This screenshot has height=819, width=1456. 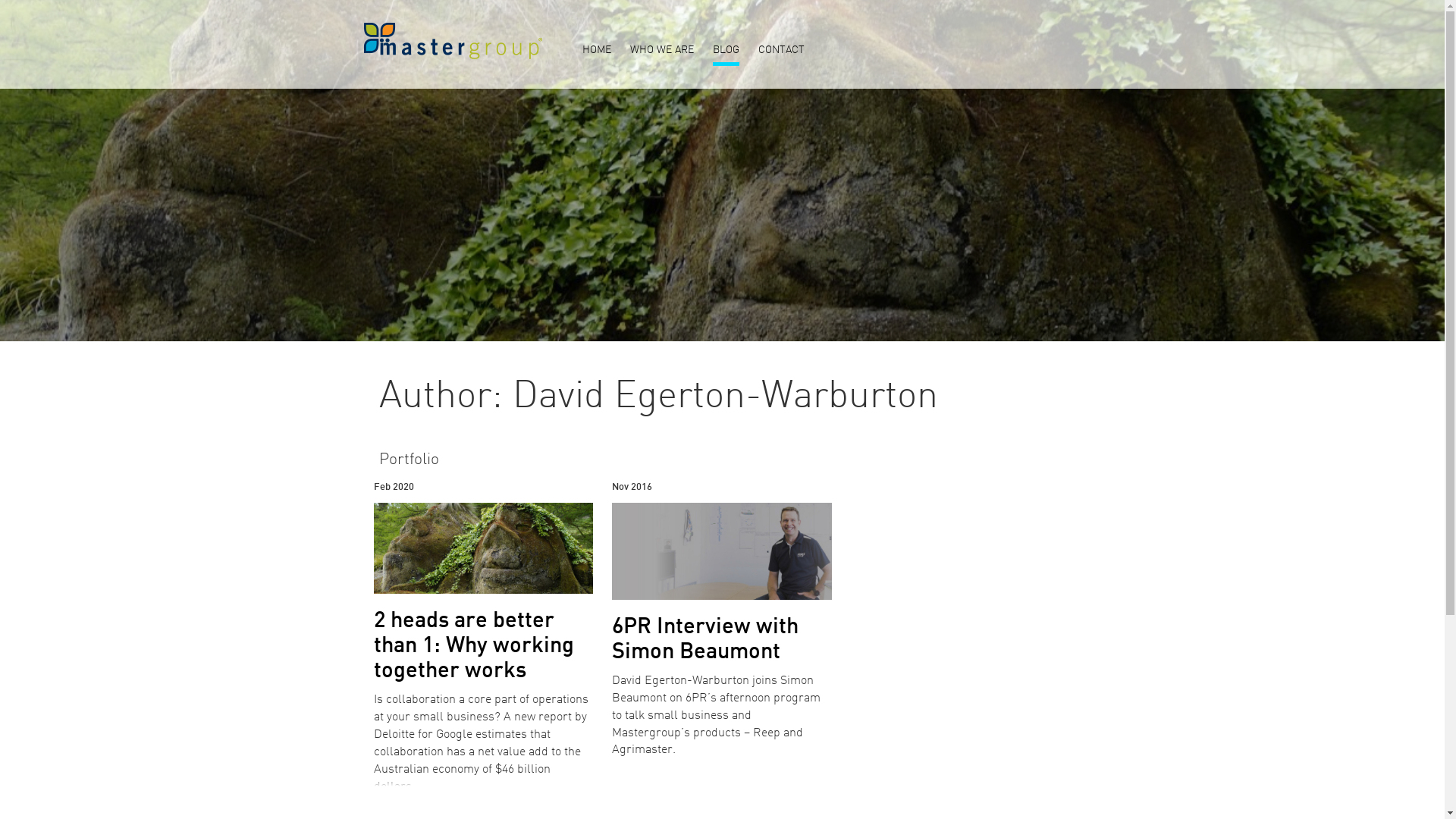 I want to click on 'CONTACT', so click(x=781, y=51).